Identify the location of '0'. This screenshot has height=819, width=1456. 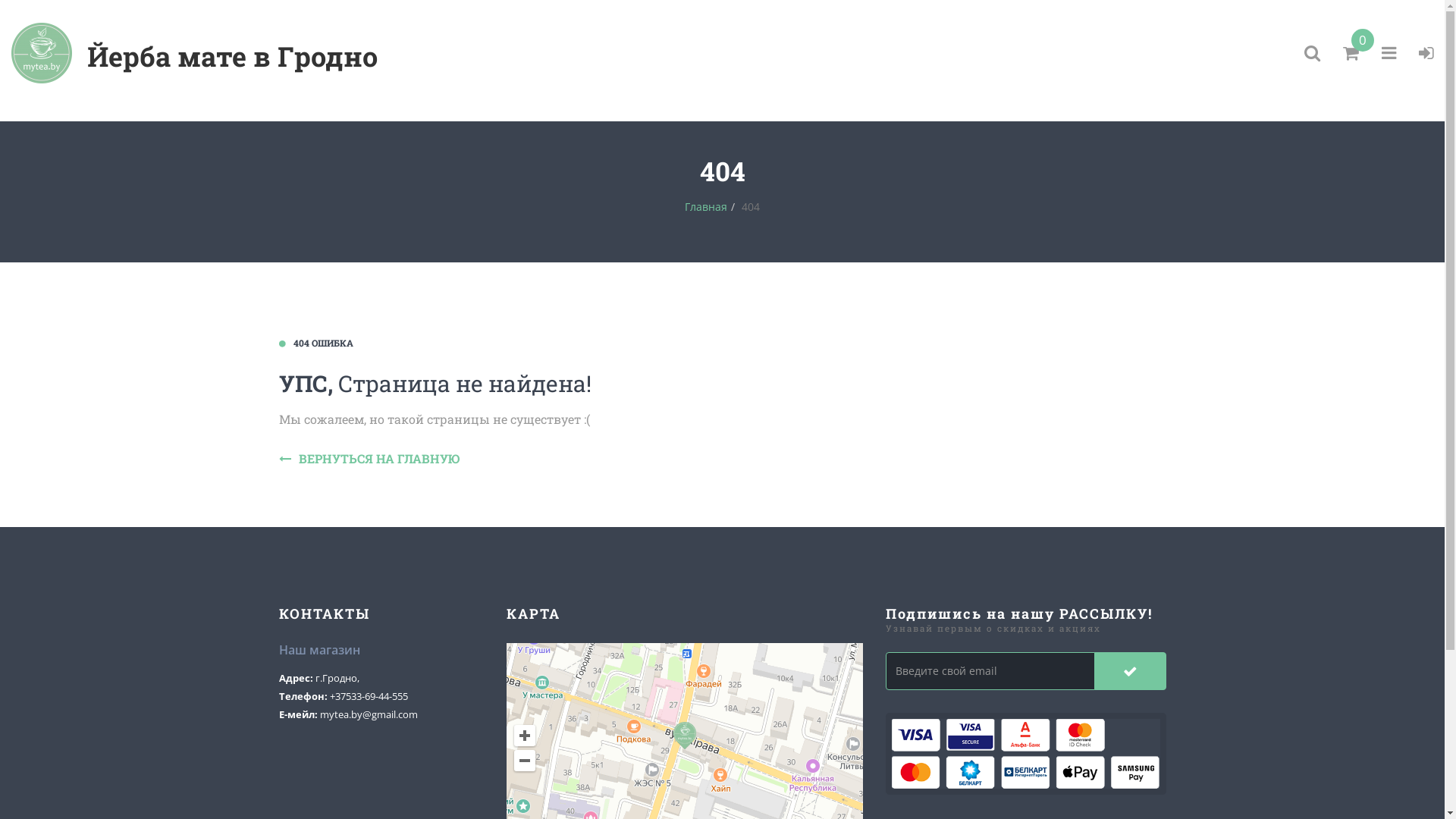
(1343, 52).